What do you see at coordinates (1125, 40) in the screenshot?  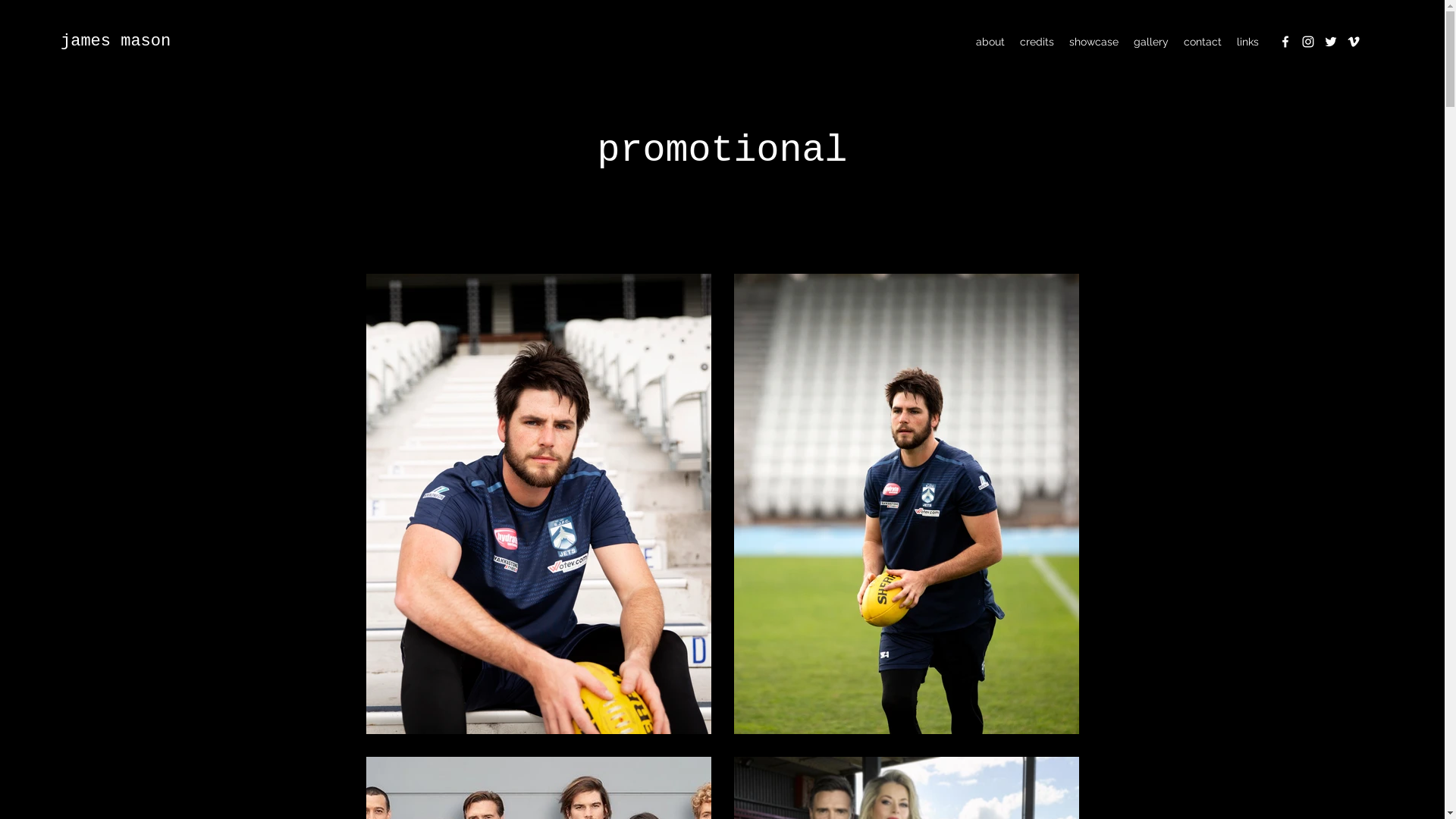 I see `'gallery'` at bounding box center [1125, 40].